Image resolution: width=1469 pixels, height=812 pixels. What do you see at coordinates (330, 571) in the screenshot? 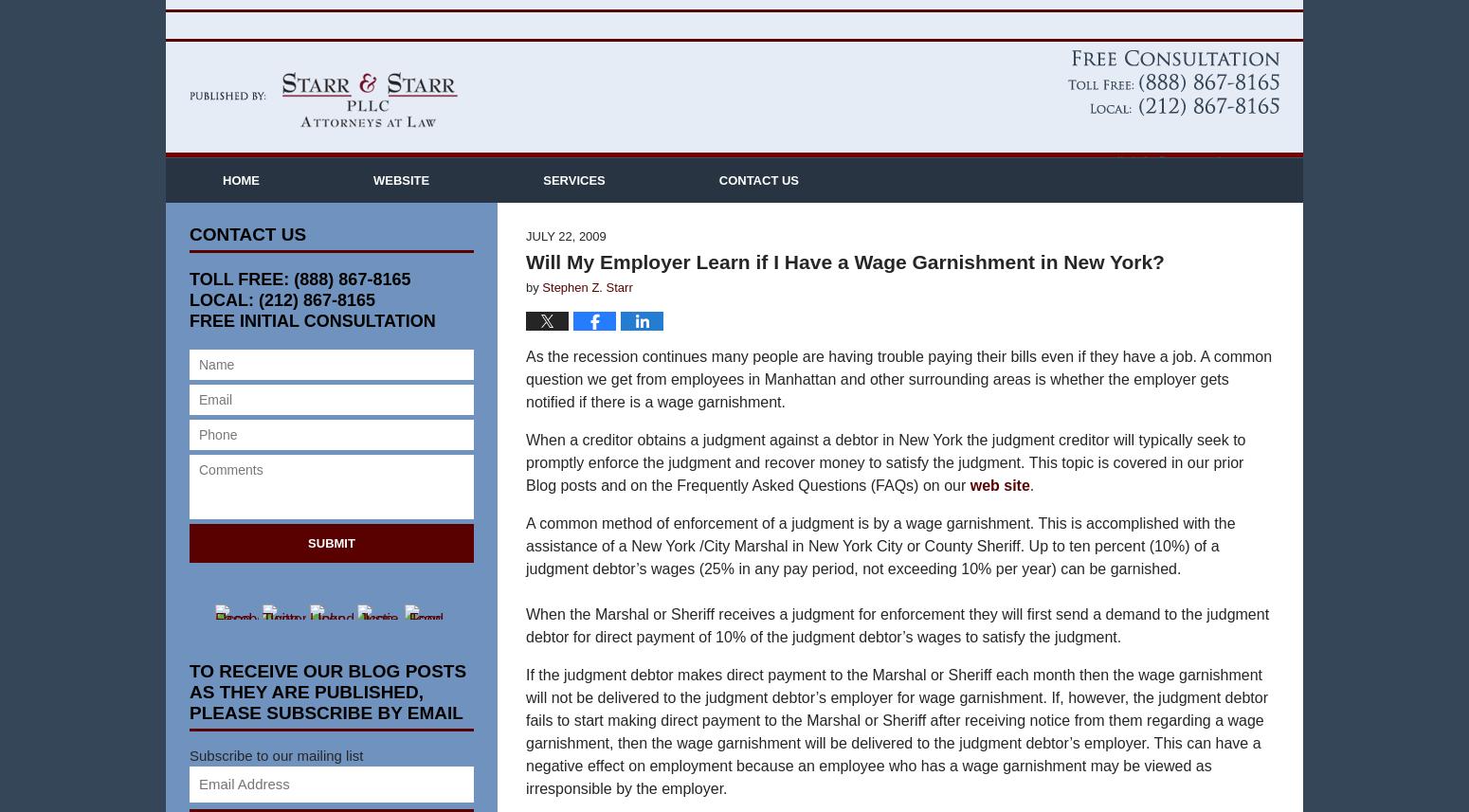
I see `'Submit'` at bounding box center [330, 571].